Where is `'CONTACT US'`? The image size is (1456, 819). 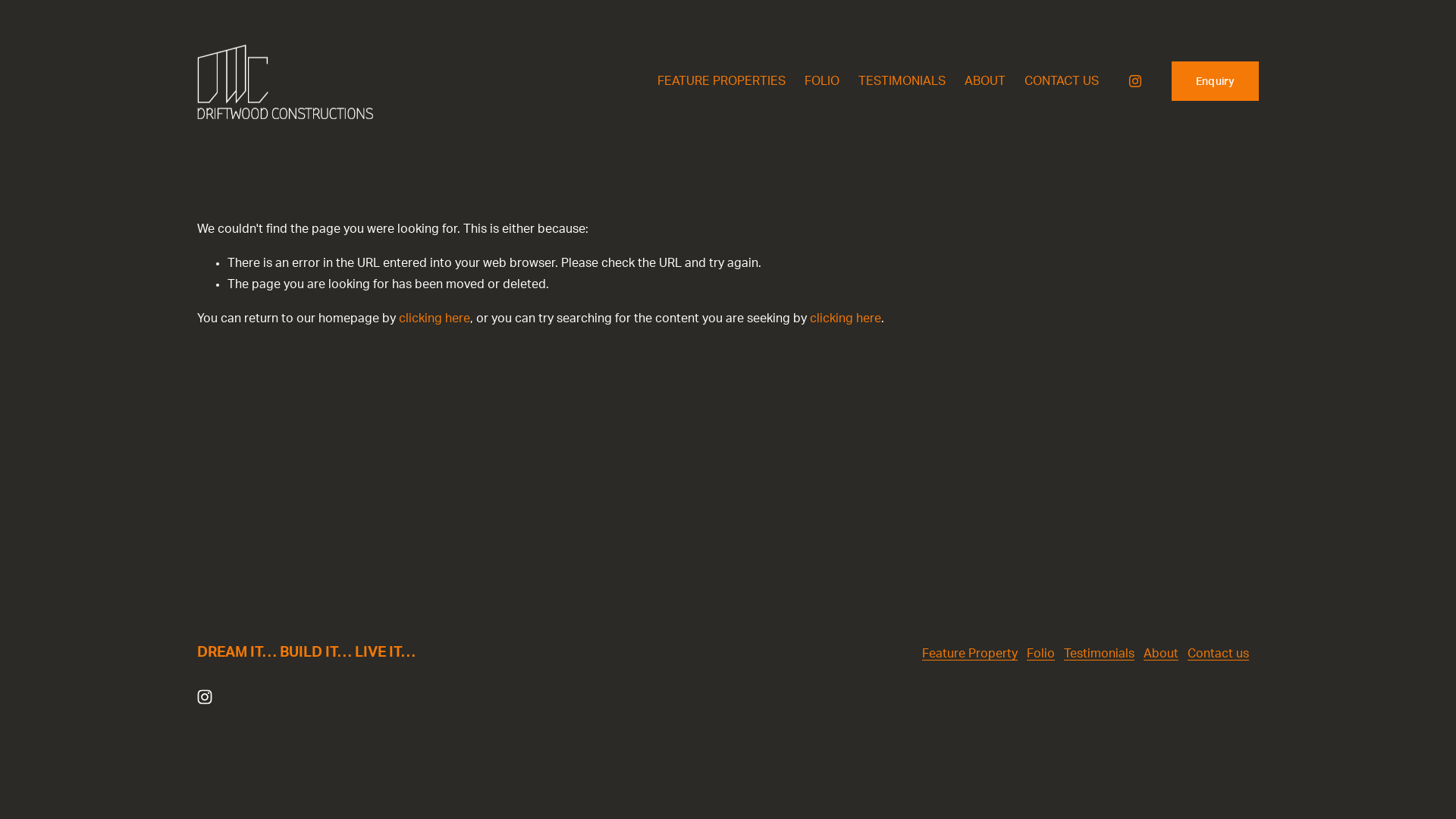
'CONTACT US' is located at coordinates (1061, 81).